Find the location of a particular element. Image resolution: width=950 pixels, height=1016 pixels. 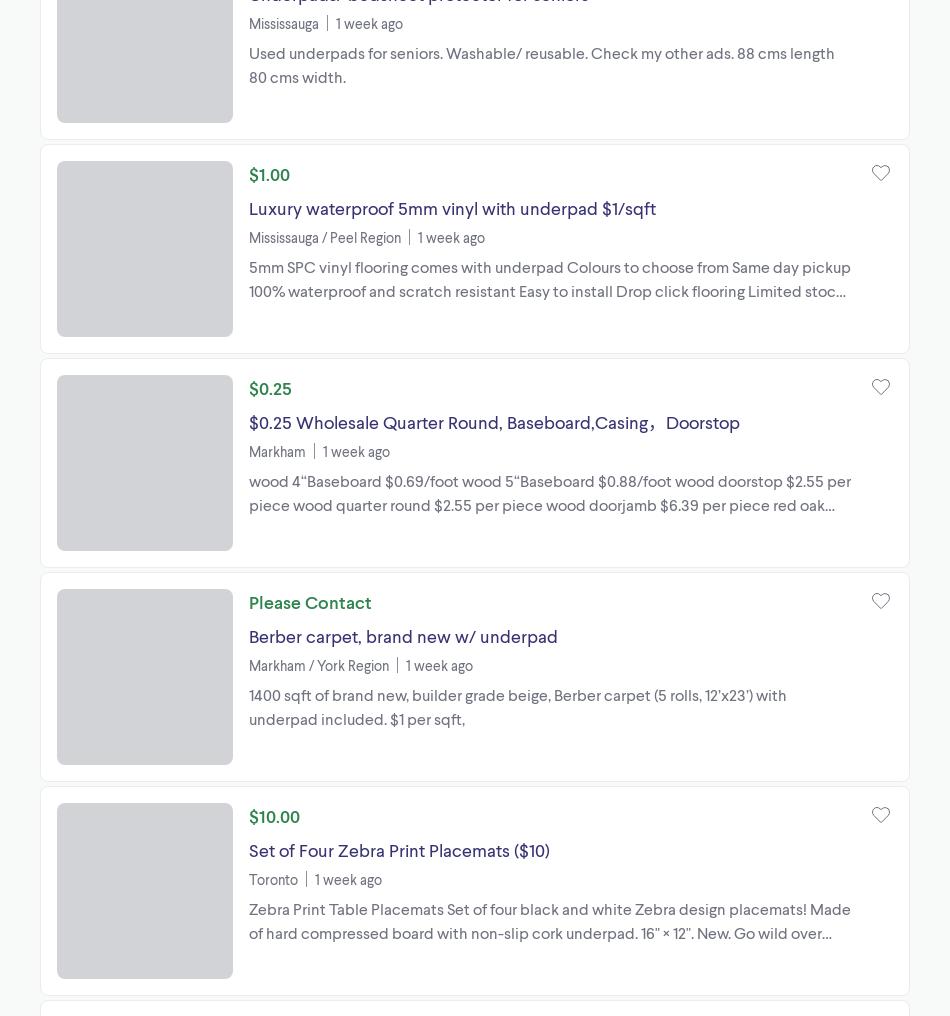

'wood 4“Baseboard $0.69/foot wood 5“Baseboard $0.88/foot wood doorstop $2.55 per piece wood quarter round $2.55 per piece wood doorjamb $6.39 per piece red oak Handrail starts from $5.30/foot 3mm ...' is located at coordinates (549, 503).